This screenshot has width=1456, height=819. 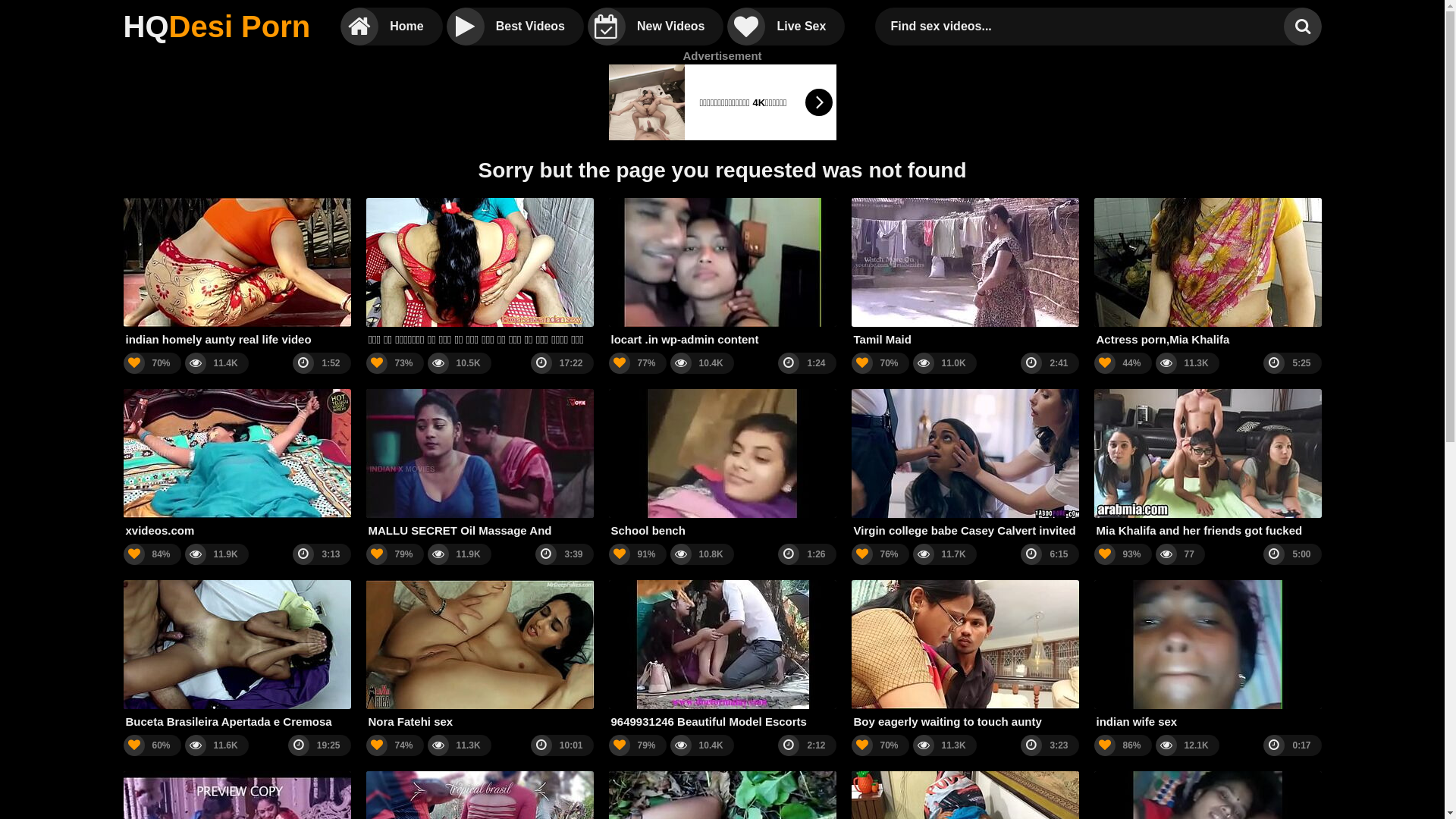 I want to click on 'Best Videos', so click(x=515, y=26).